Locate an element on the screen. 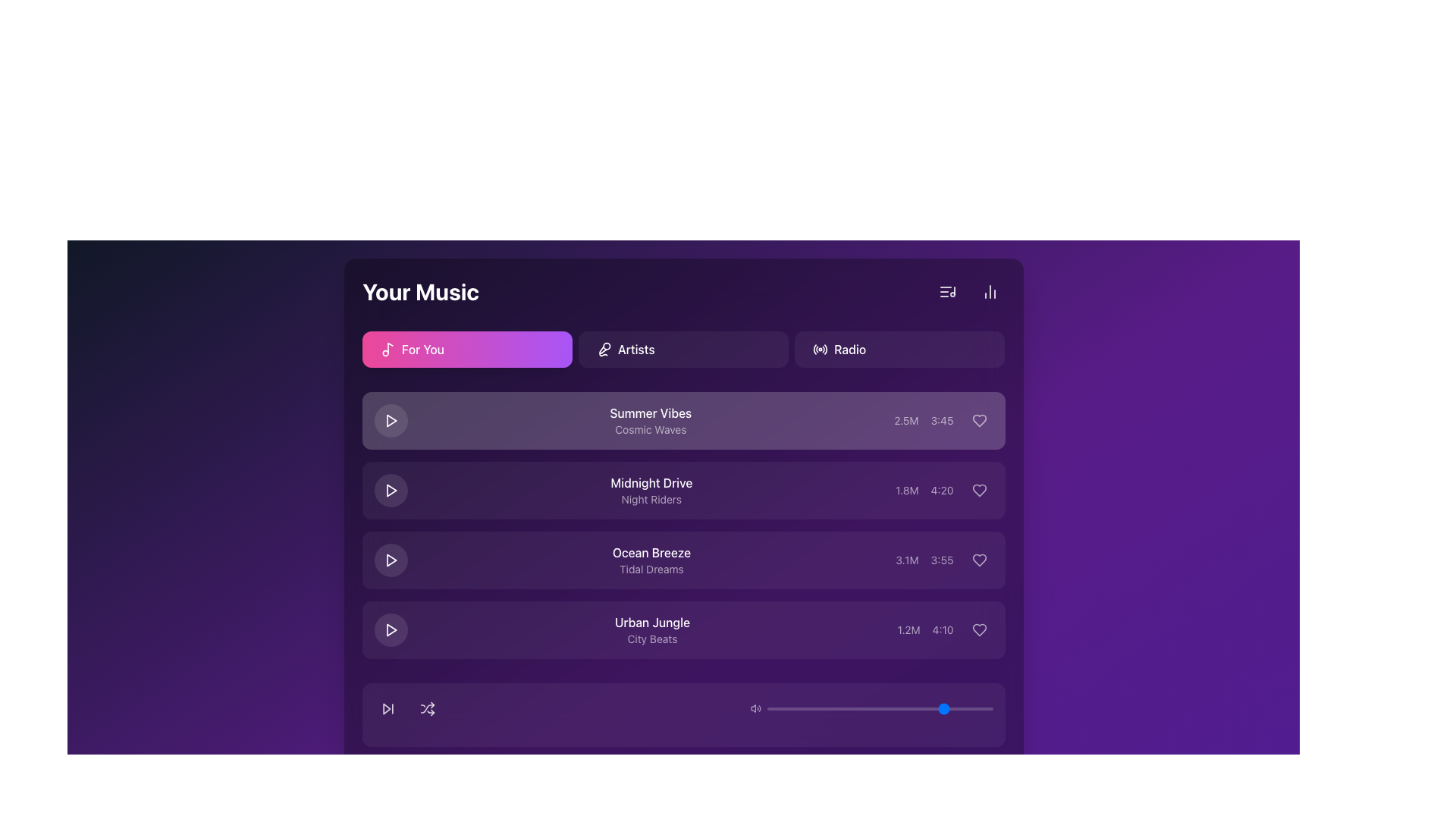  the heart icon representing the favorite action for the song 'Summer Vibes' to potentially show a tooltip is located at coordinates (979, 421).